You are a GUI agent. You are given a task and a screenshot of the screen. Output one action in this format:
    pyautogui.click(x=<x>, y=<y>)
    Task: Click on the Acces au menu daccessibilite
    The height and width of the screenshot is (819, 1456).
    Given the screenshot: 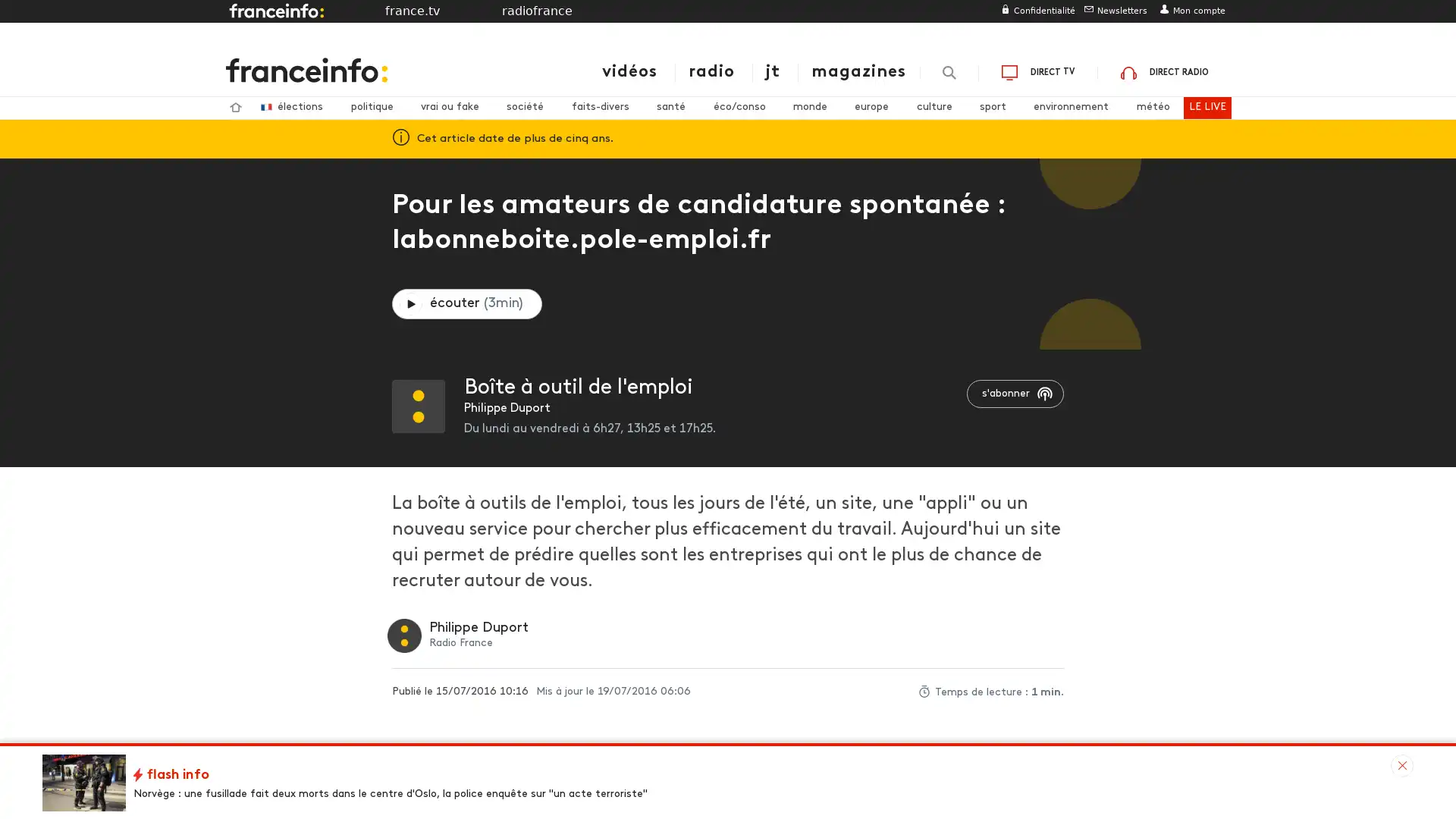 What is the action you would take?
    pyautogui.click(x=320, y=15)
    